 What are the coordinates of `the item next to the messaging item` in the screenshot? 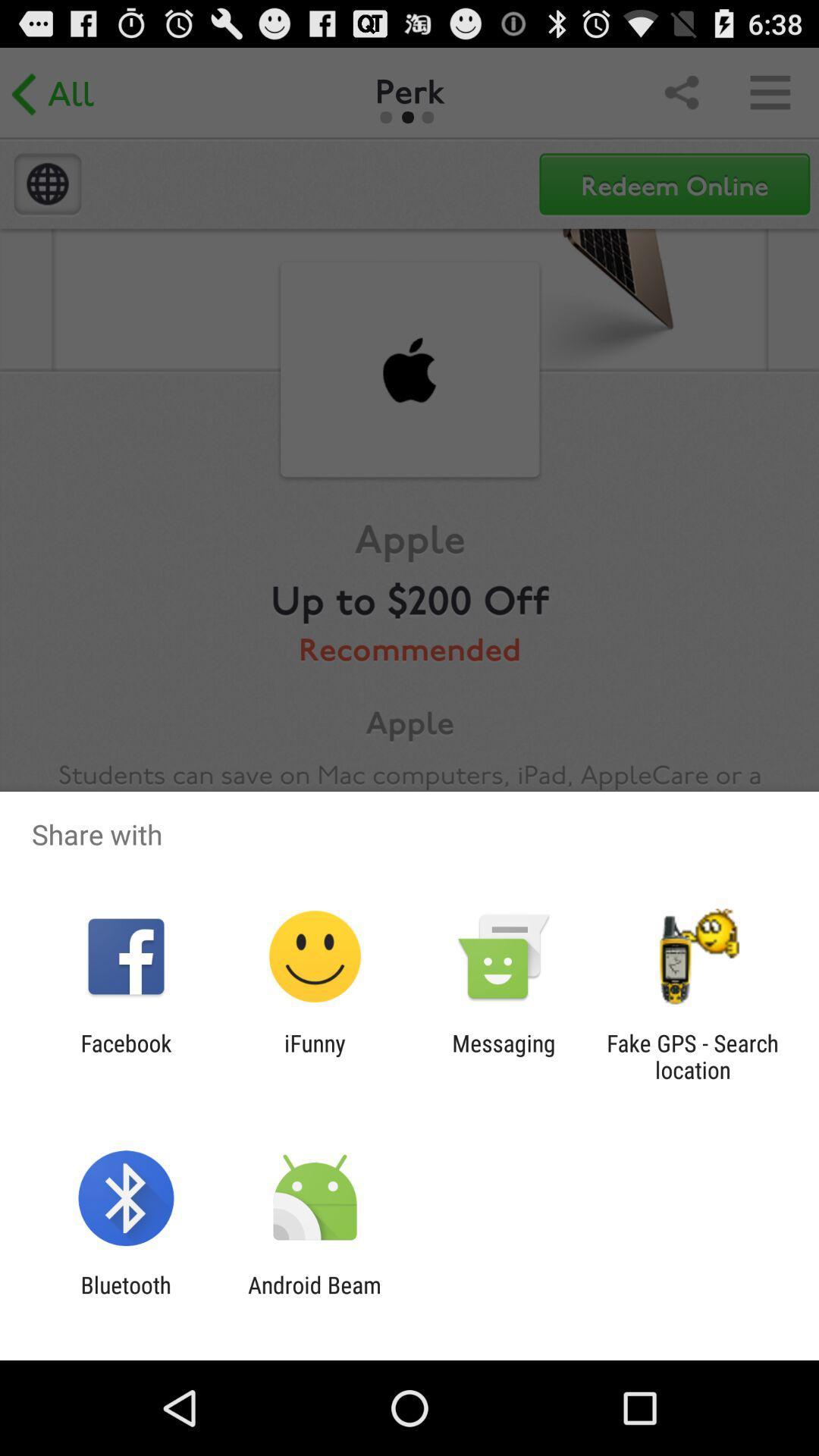 It's located at (692, 1056).